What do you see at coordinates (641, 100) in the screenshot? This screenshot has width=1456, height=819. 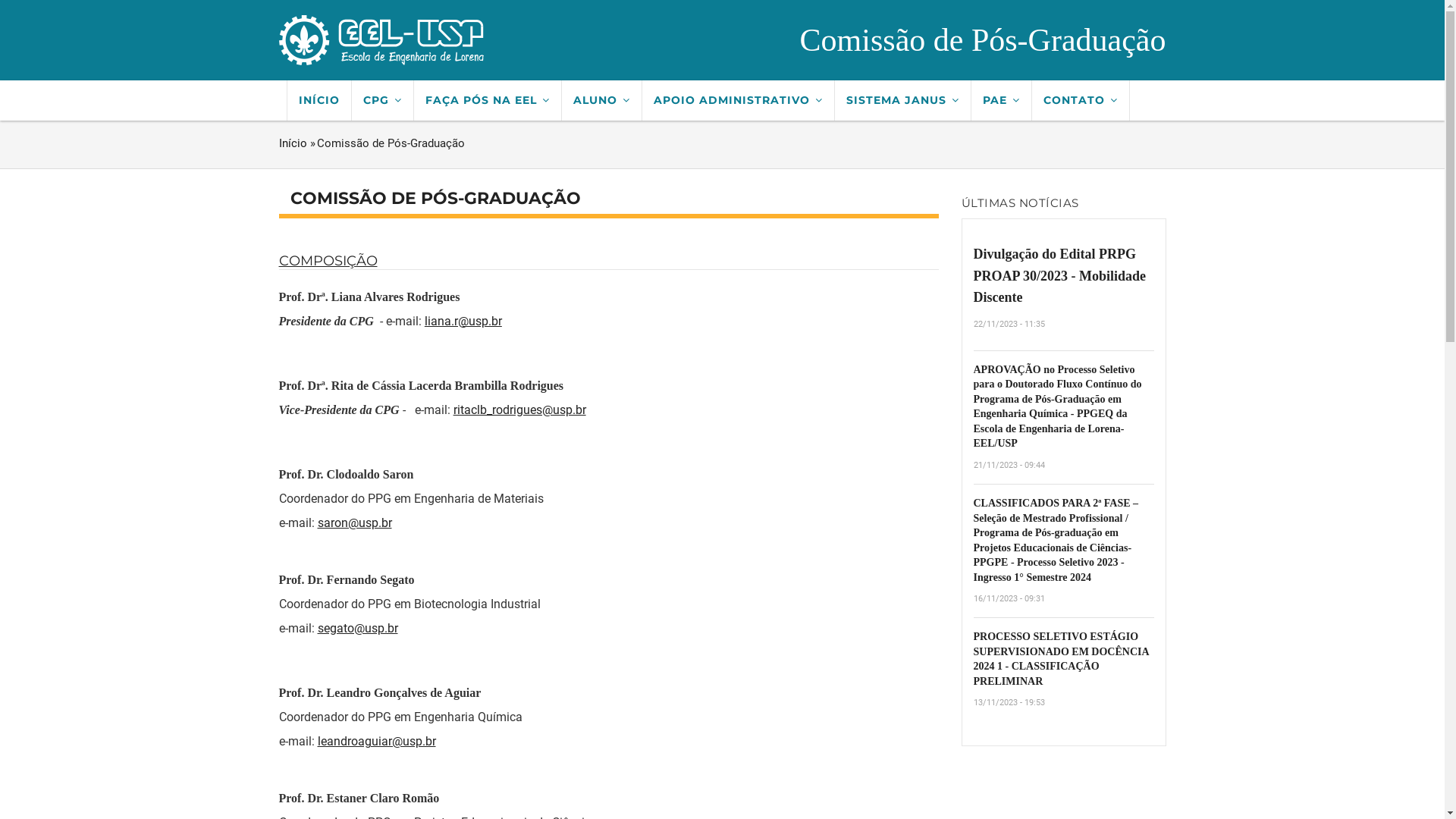 I see `'APOIO ADMINISTRATIVO'` at bounding box center [641, 100].